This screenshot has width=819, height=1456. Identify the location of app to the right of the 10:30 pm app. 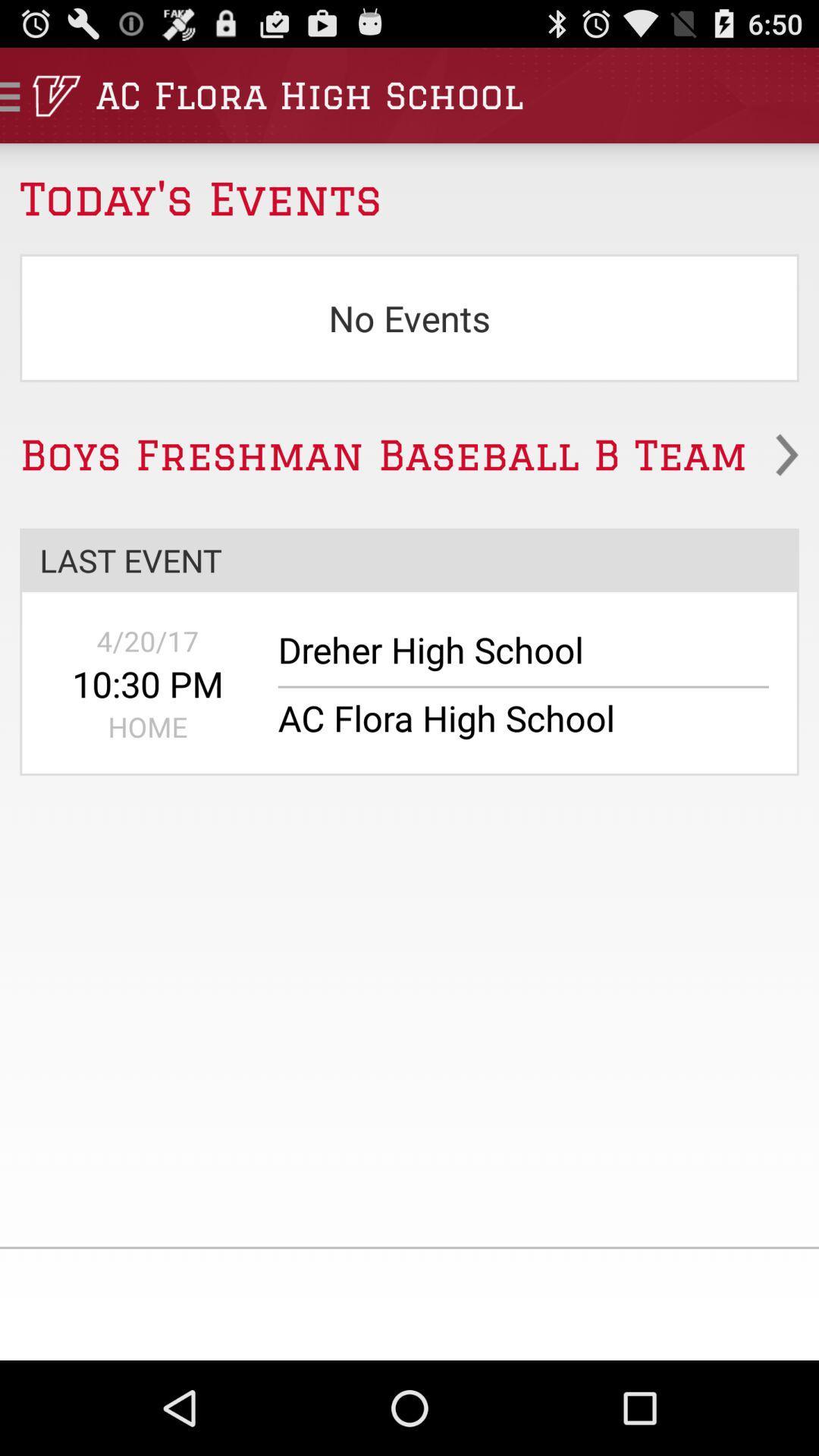
(513, 657).